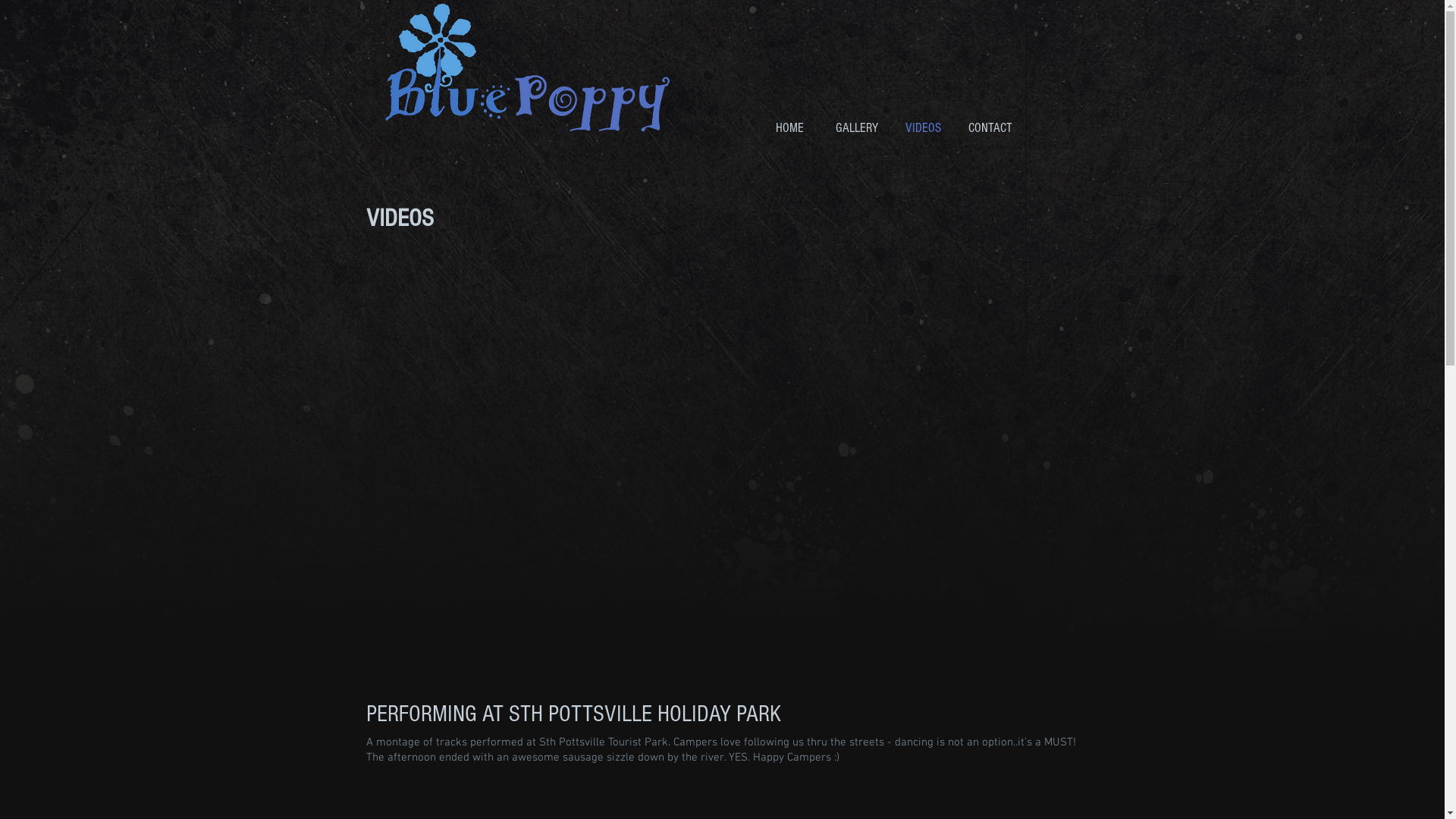 This screenshot has width=1456, height=819. What do you see at coordinates (856, 127) in the screenshot?
I see `'GALLERY'` at bounding box center [856, 127].